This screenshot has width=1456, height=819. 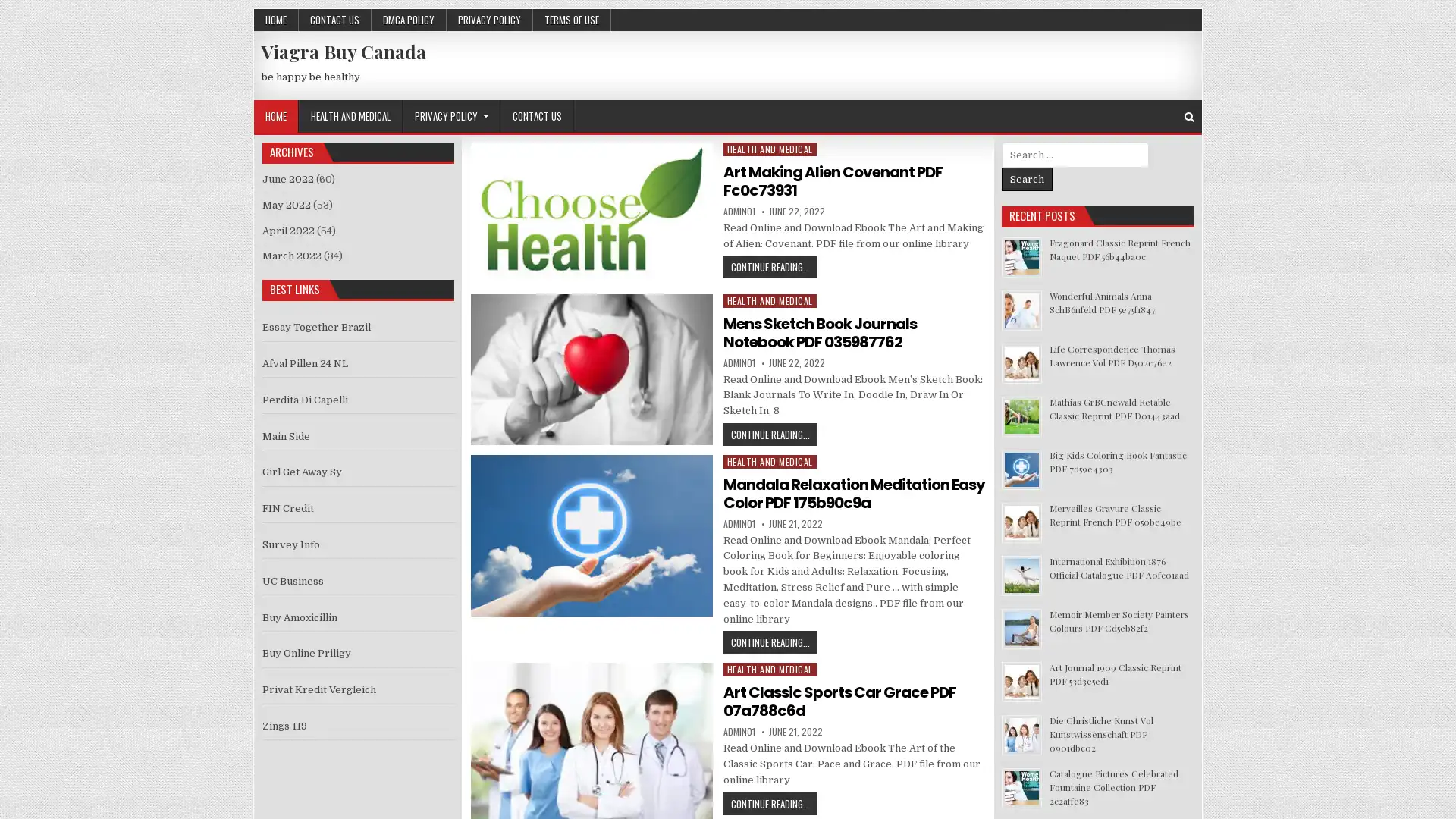 I want to click on Search, so click(x=1027, y=178).